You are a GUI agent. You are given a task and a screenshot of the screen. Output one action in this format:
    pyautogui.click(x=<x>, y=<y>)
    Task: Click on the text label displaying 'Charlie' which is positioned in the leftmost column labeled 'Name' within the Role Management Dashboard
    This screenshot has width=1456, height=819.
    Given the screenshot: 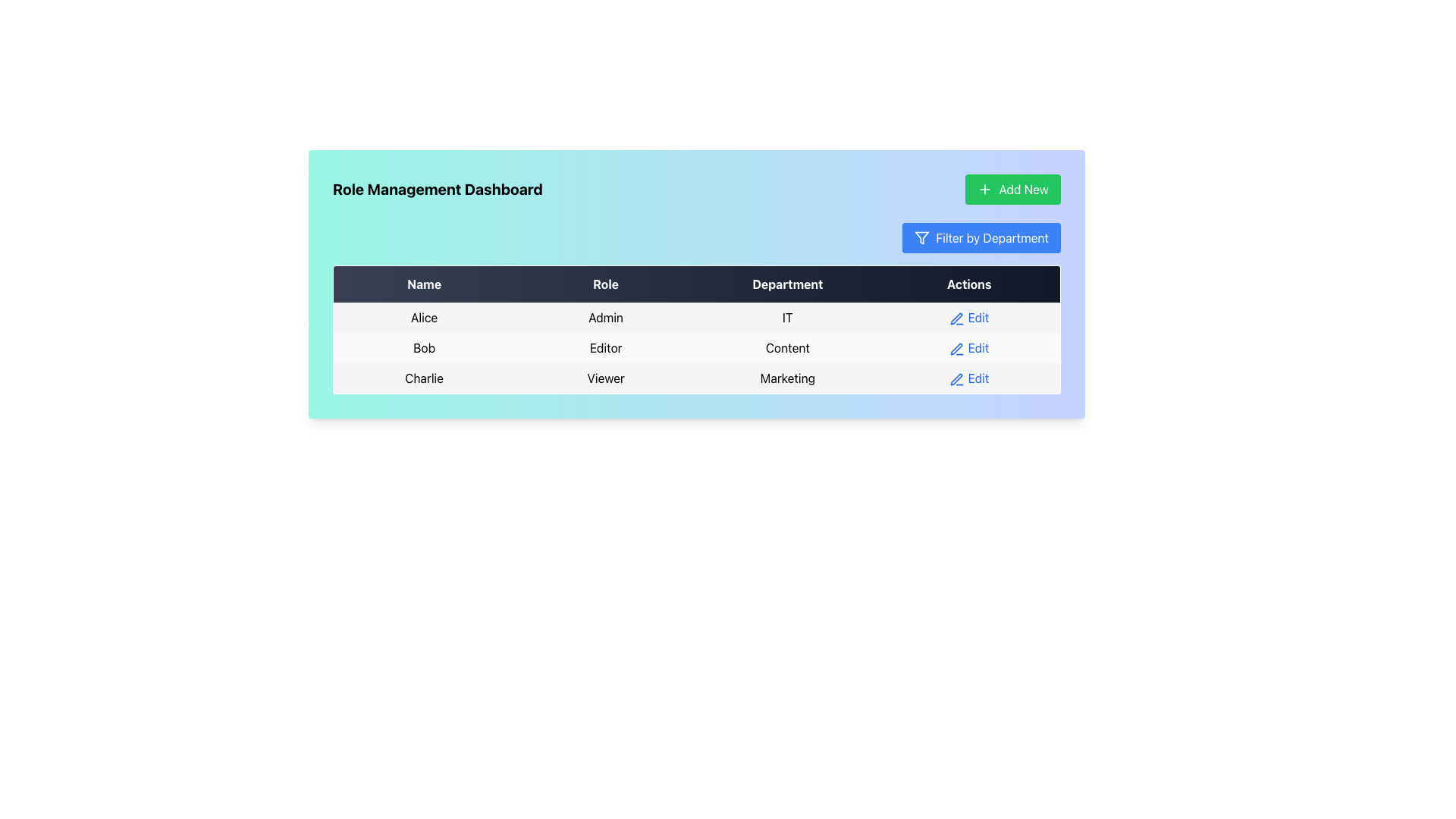 What is the action you would take?
    pyautogui.click(x=424, y=378)
    